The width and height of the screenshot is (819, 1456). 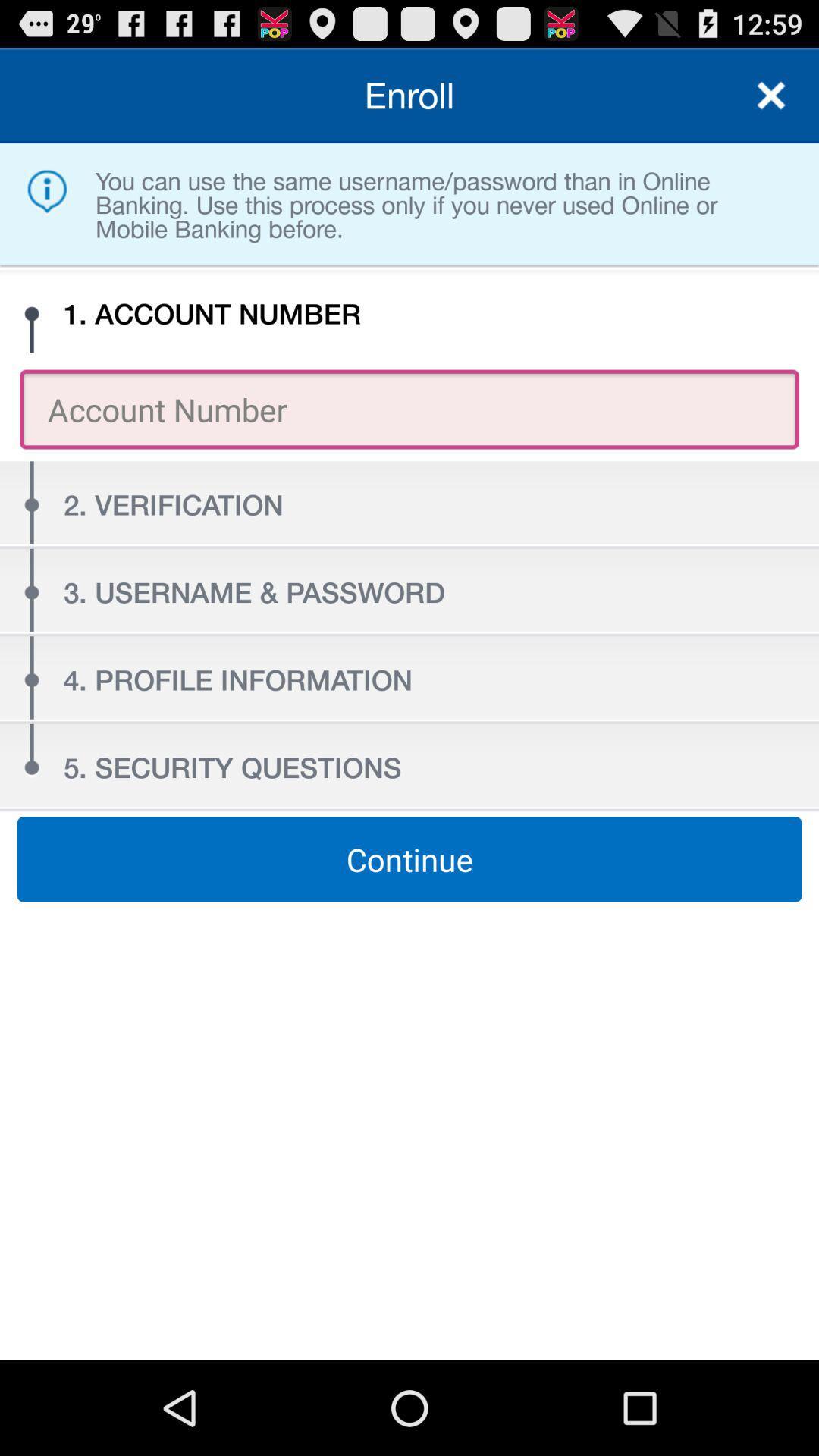 What do you see at coordinates (409, 94) in the screenshot?
I see `the enroll item` at bounding box center [409, 94].